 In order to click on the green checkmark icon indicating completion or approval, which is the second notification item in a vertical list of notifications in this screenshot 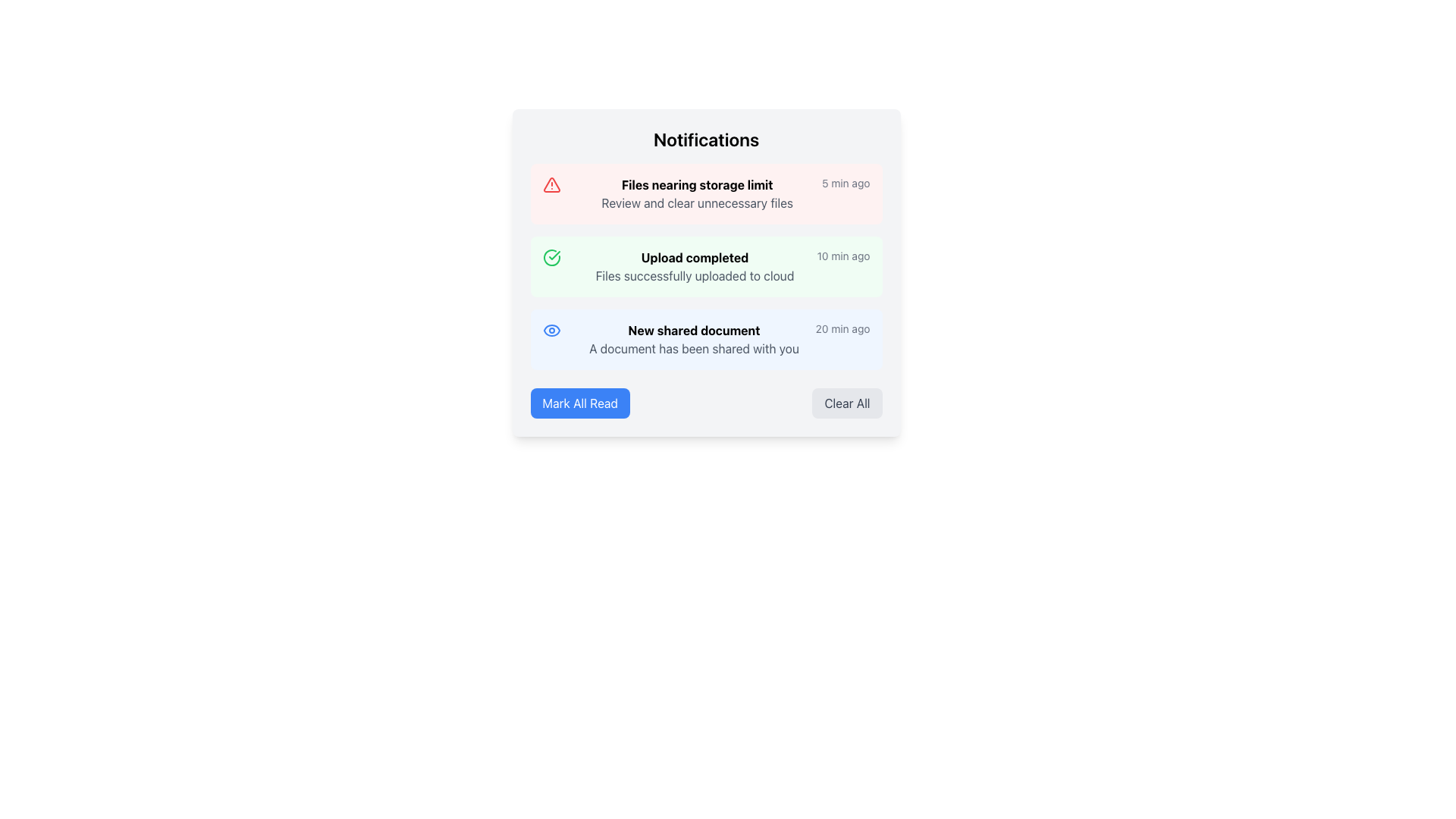, I will do `click(553, 254)`.